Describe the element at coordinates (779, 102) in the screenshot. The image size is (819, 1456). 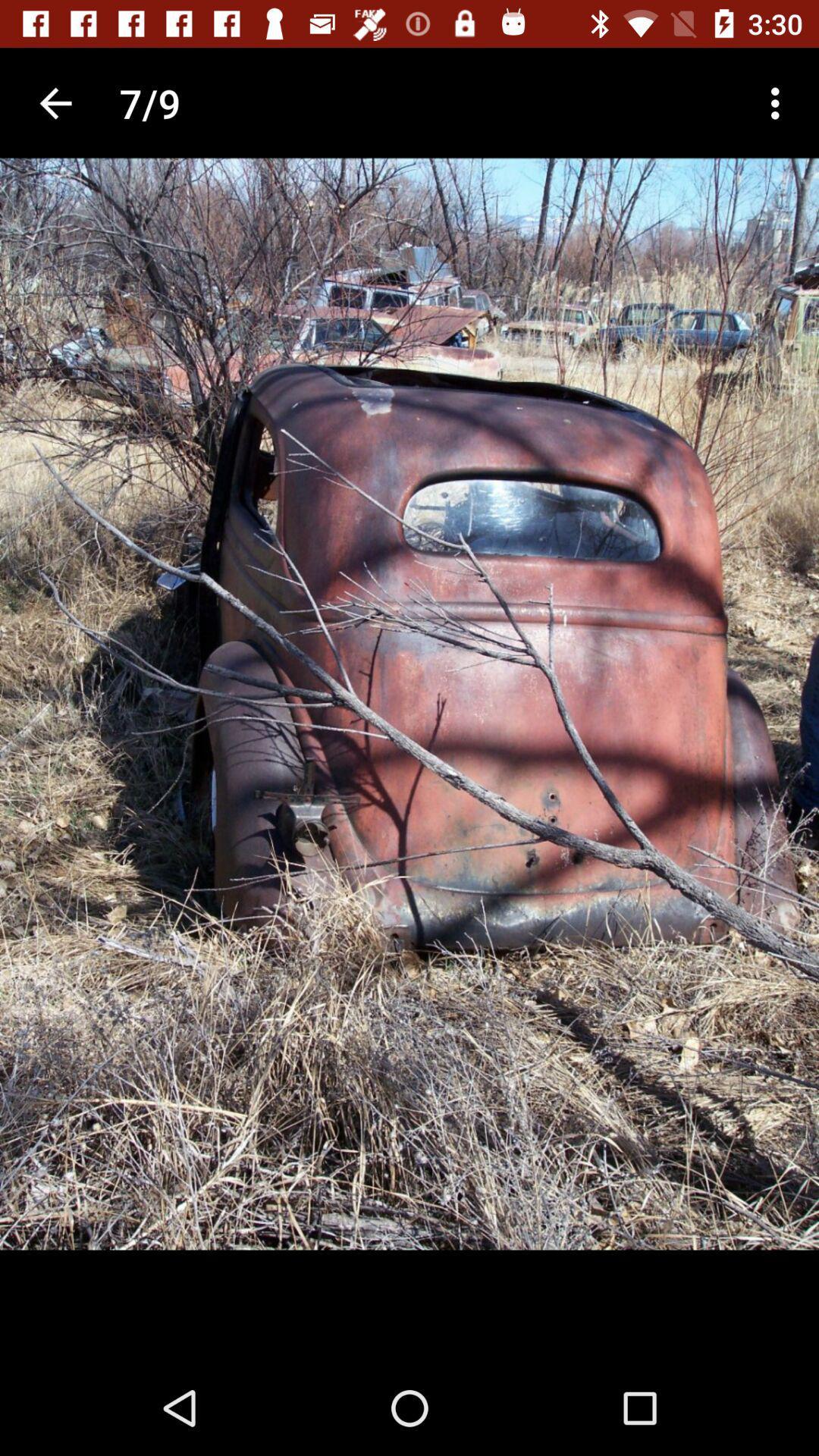
I see `icon at the top right corner` at that location.